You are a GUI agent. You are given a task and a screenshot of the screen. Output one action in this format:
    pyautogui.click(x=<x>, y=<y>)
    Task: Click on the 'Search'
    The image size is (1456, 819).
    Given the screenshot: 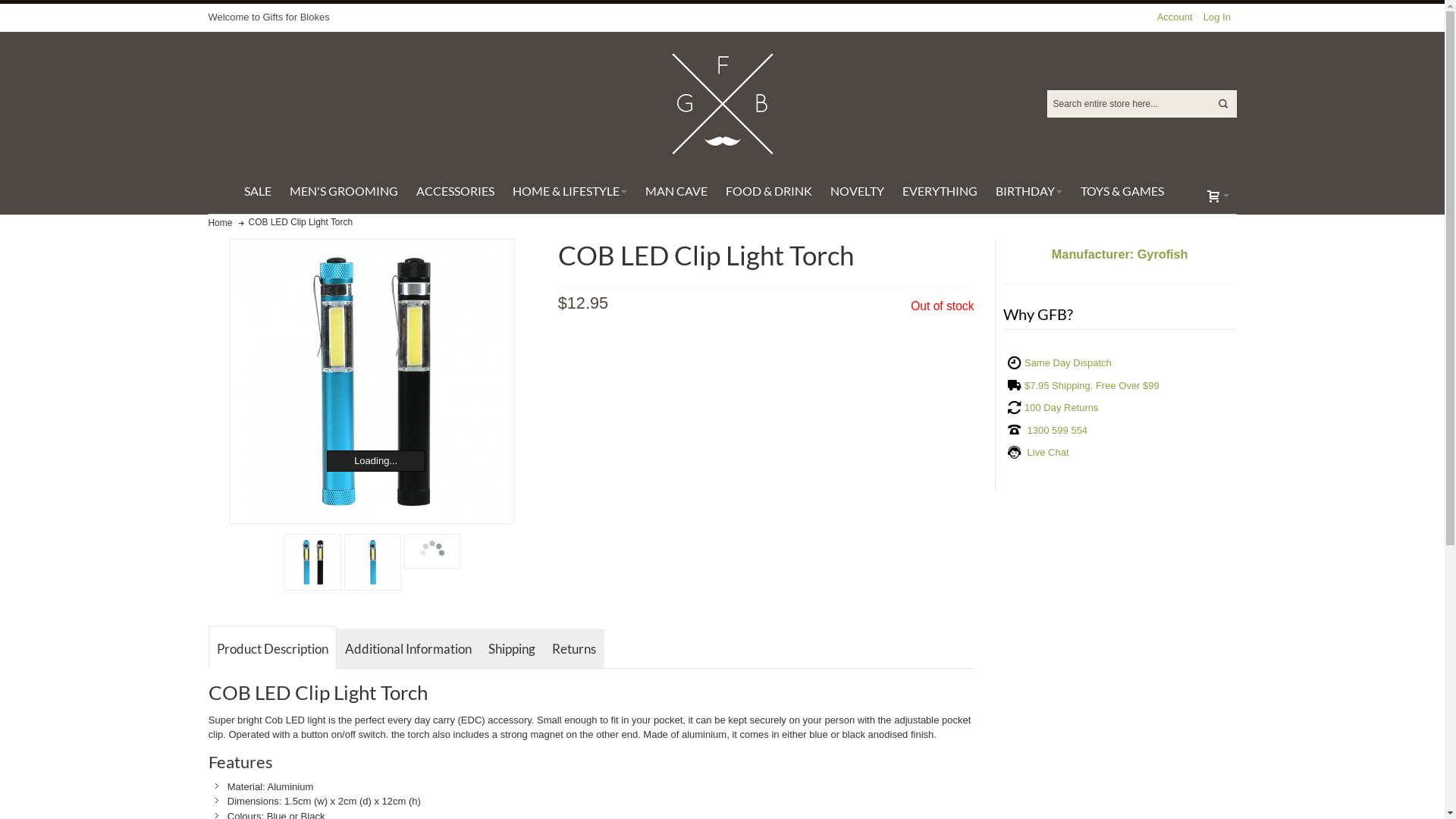 What is the action you would take?
    pyautogui.click(x=1222, y=103)
    